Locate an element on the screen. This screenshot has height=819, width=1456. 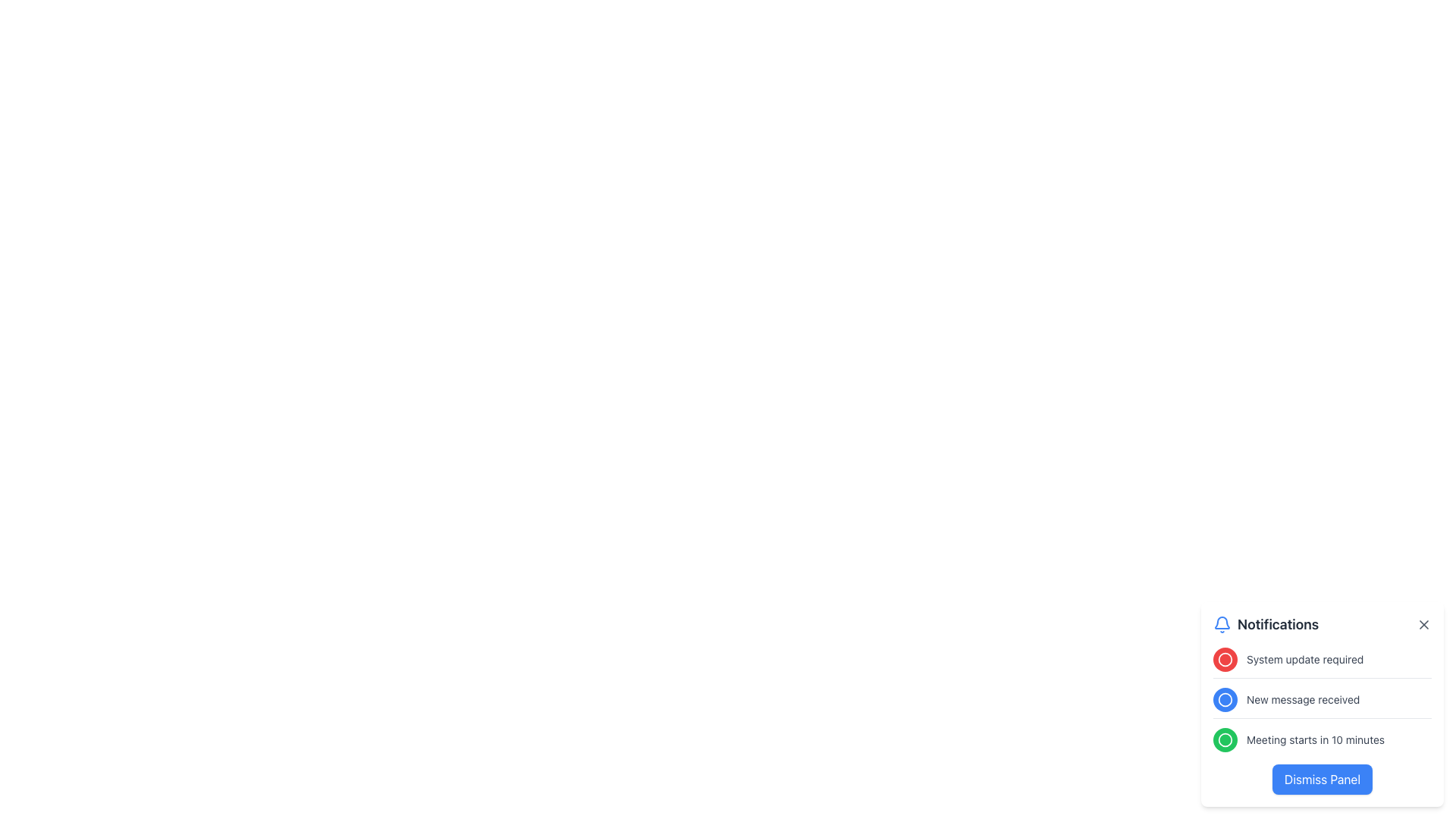
the second notification item in the list, which contains a circular blue icon and the text 'New message received' is located at coordinates (1321, 704).